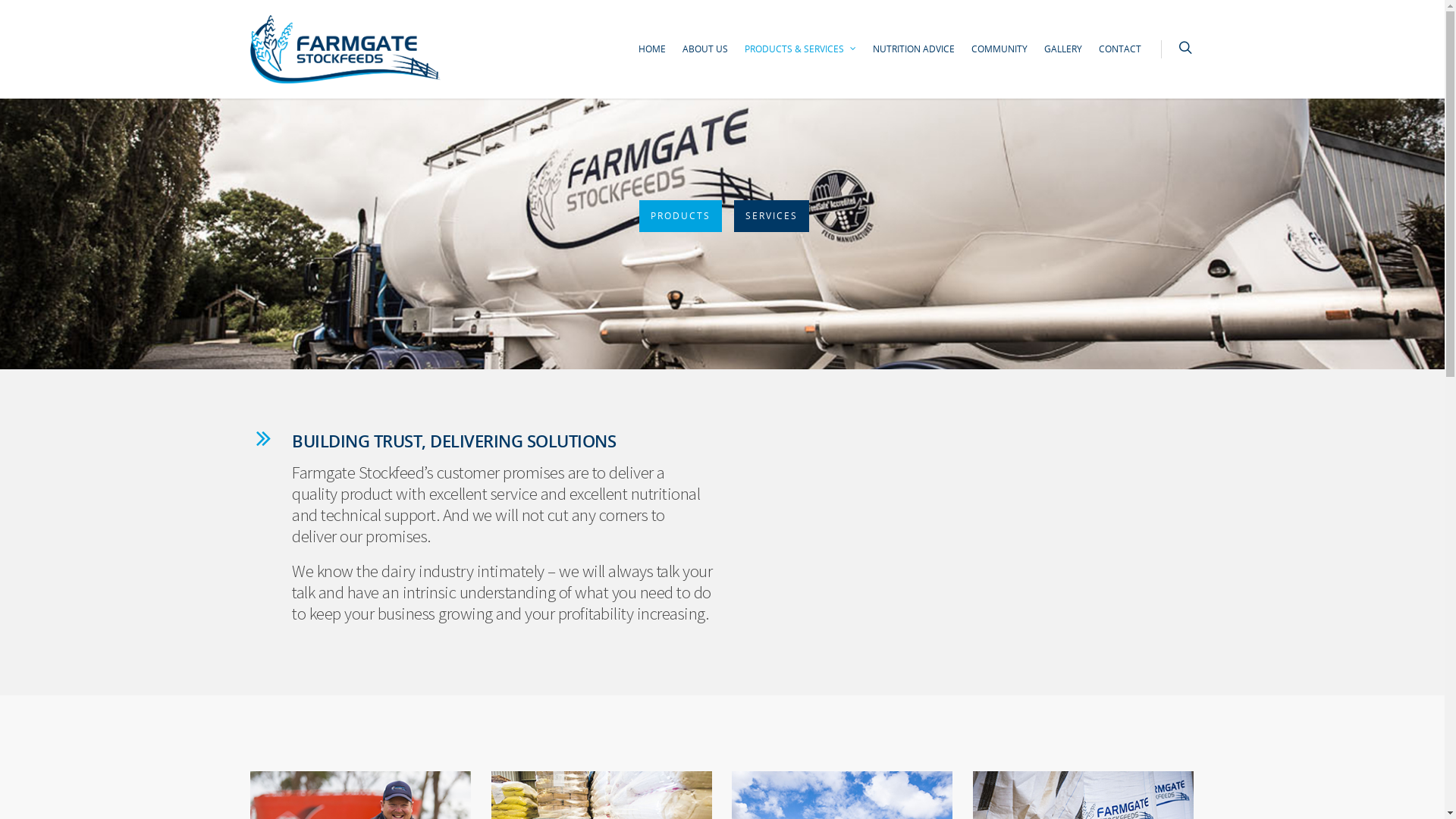  What do you see at coordinates (679, 216) in the screenshot?
I see `'PRODUCTS'` at bounding box center [679, 216].